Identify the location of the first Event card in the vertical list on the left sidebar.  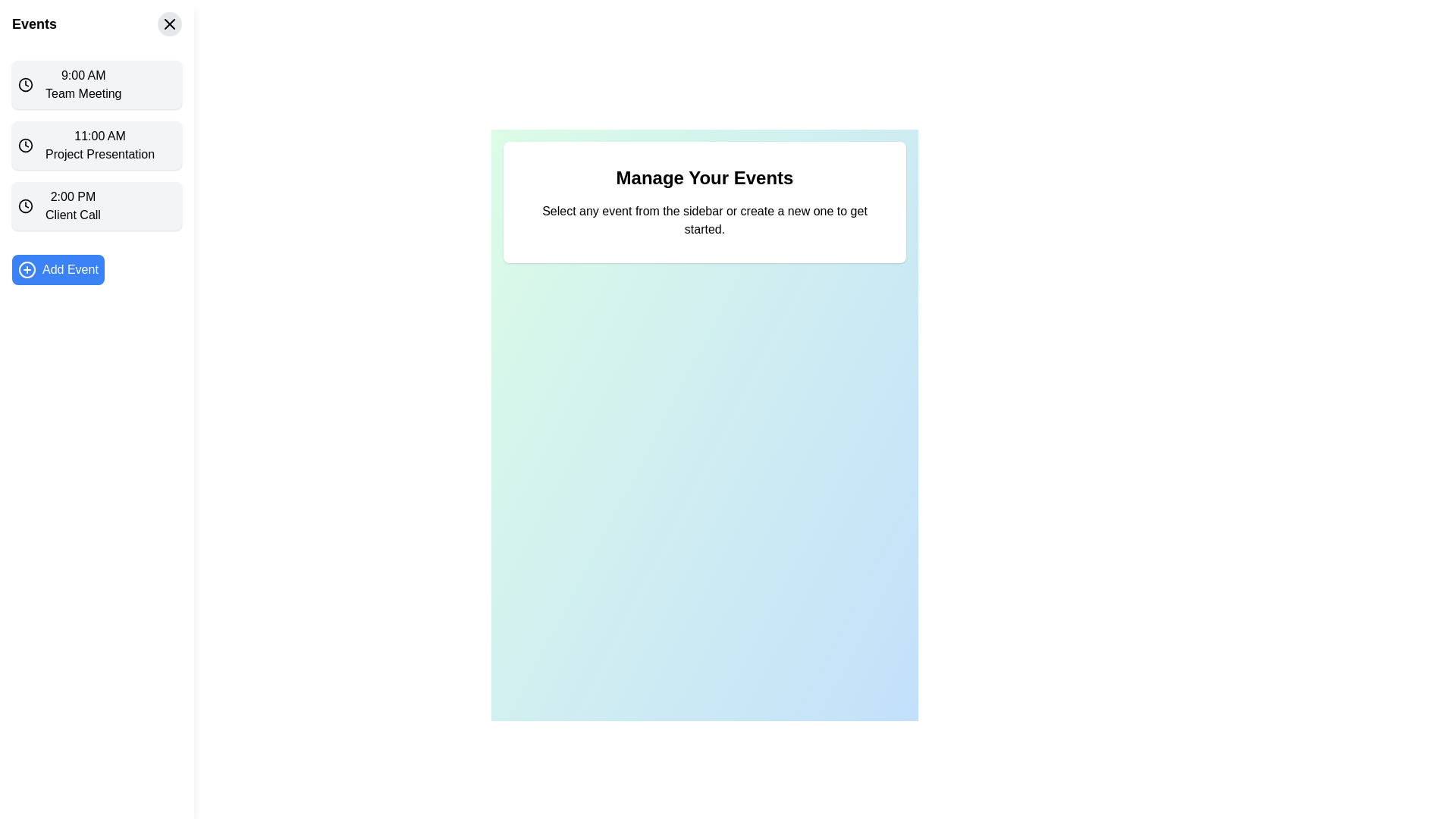
(96, 84).